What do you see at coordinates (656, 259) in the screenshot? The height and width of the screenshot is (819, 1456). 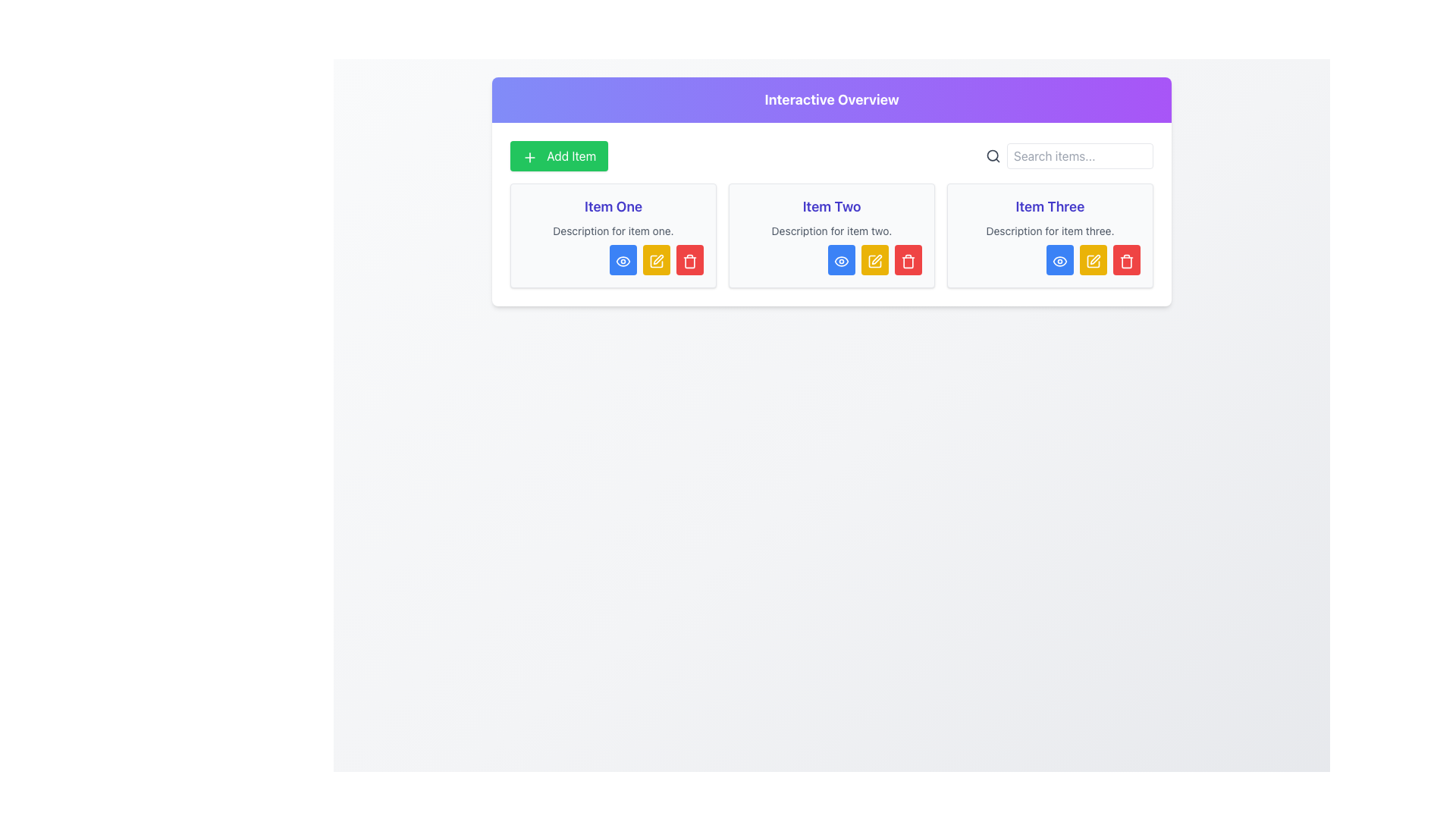 I see `the edit icon located in the bottom row of the icons in the 'Item One' card` at bounding box center [656, 259].